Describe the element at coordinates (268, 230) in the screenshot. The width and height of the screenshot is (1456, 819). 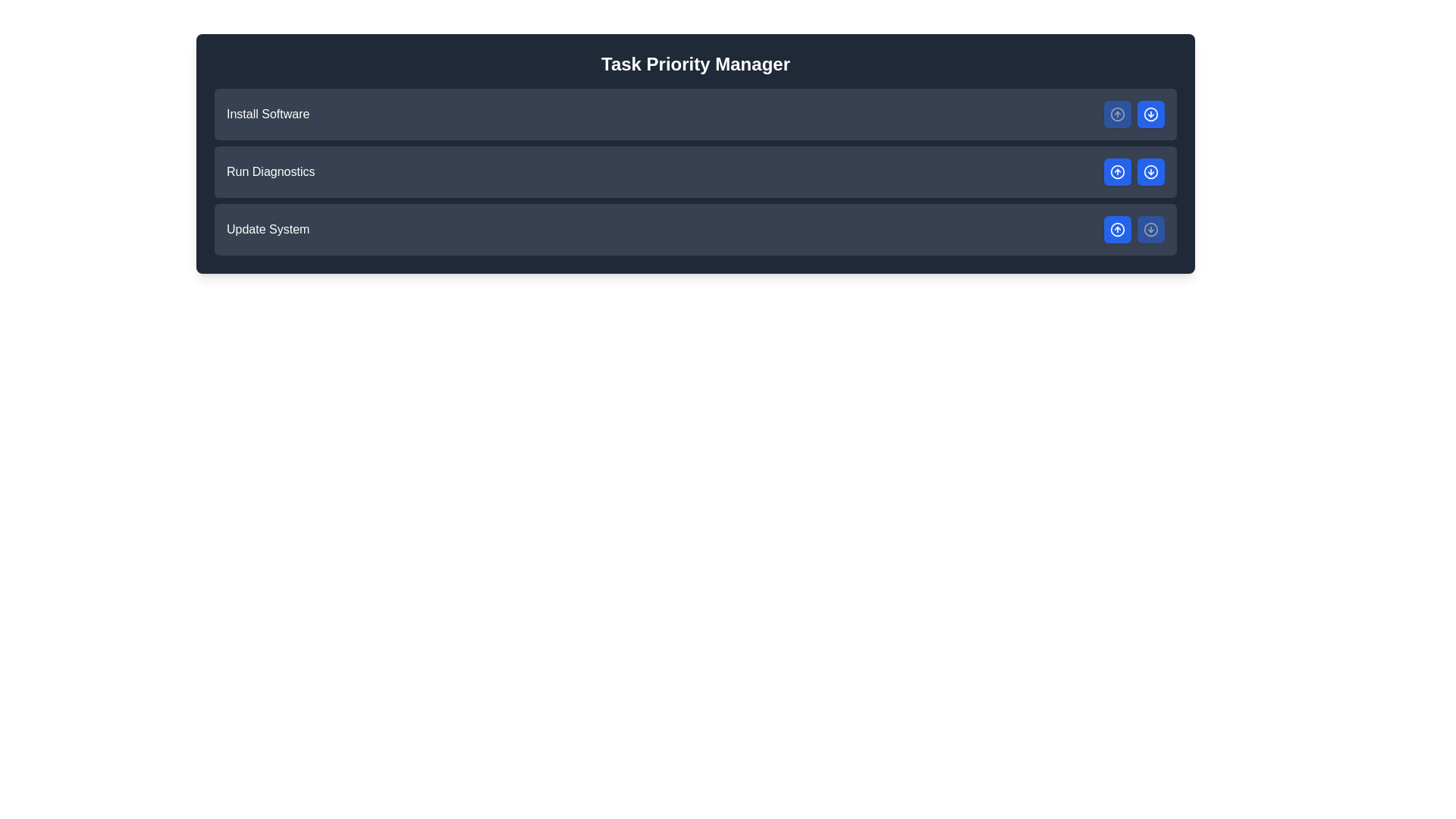
I see `the 'Update System' label, which is displayed in white on a dark background within the 'Task Priority Manager' section, located in the third row of a vertical list` at that location.